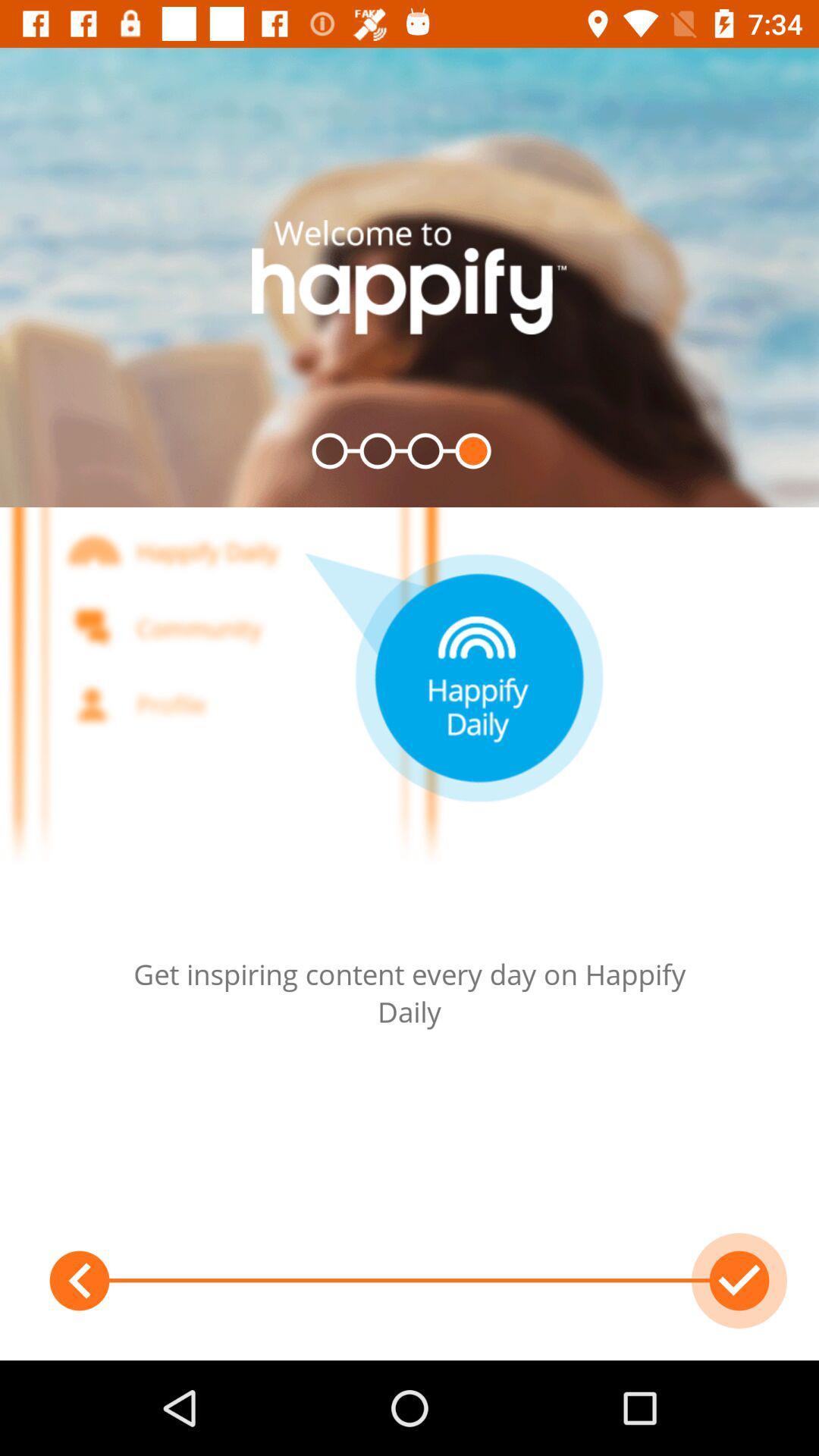 This screenshot has width=819, height=1456. Describe the element at coordinates (739, 1280) in the screenshot. I see `mark task completed` at that location.